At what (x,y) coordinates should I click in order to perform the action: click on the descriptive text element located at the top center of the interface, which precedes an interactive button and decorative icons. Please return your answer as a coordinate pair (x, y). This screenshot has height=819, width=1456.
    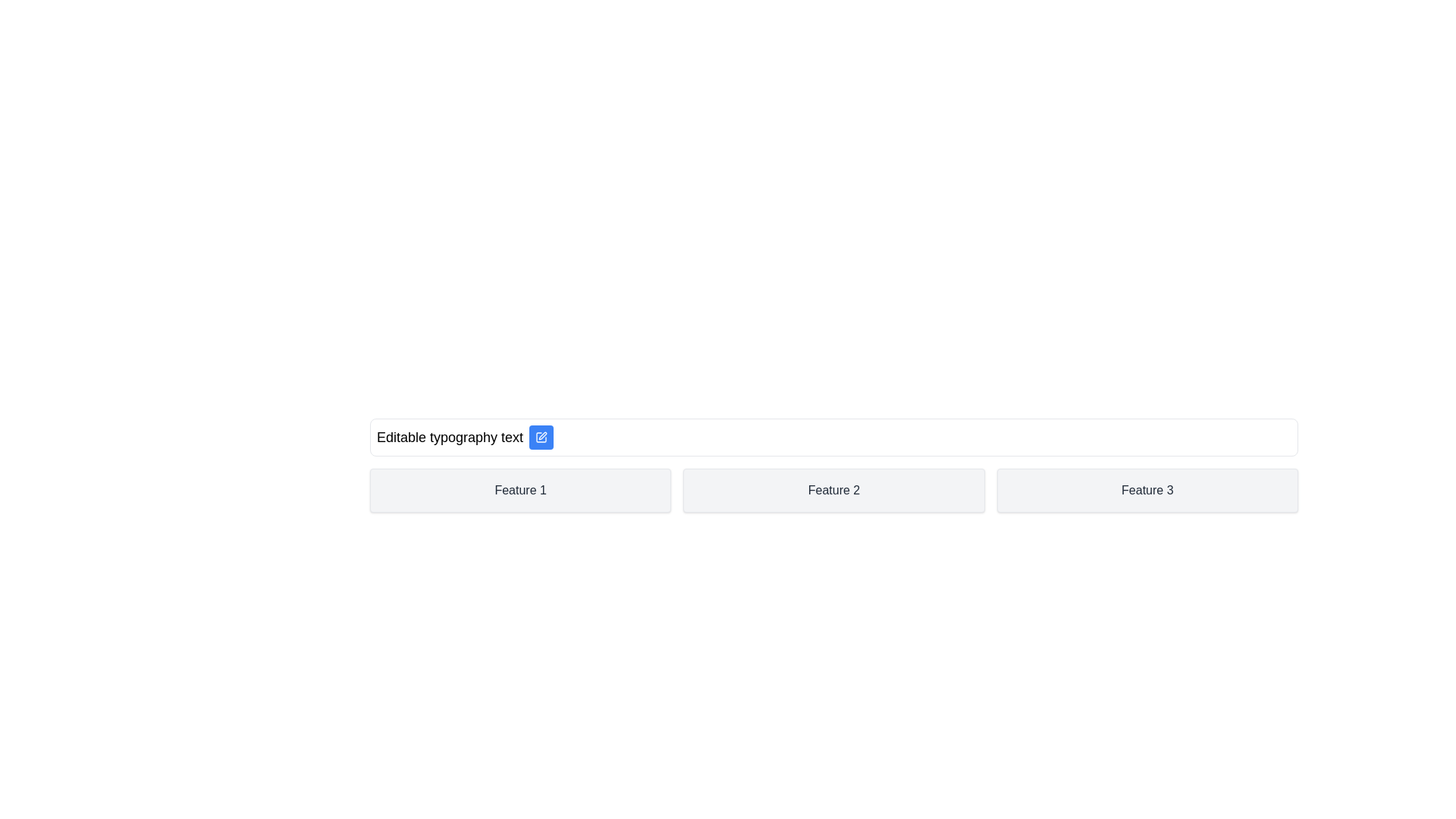
    Looking at the image, I should click on (449, 438).